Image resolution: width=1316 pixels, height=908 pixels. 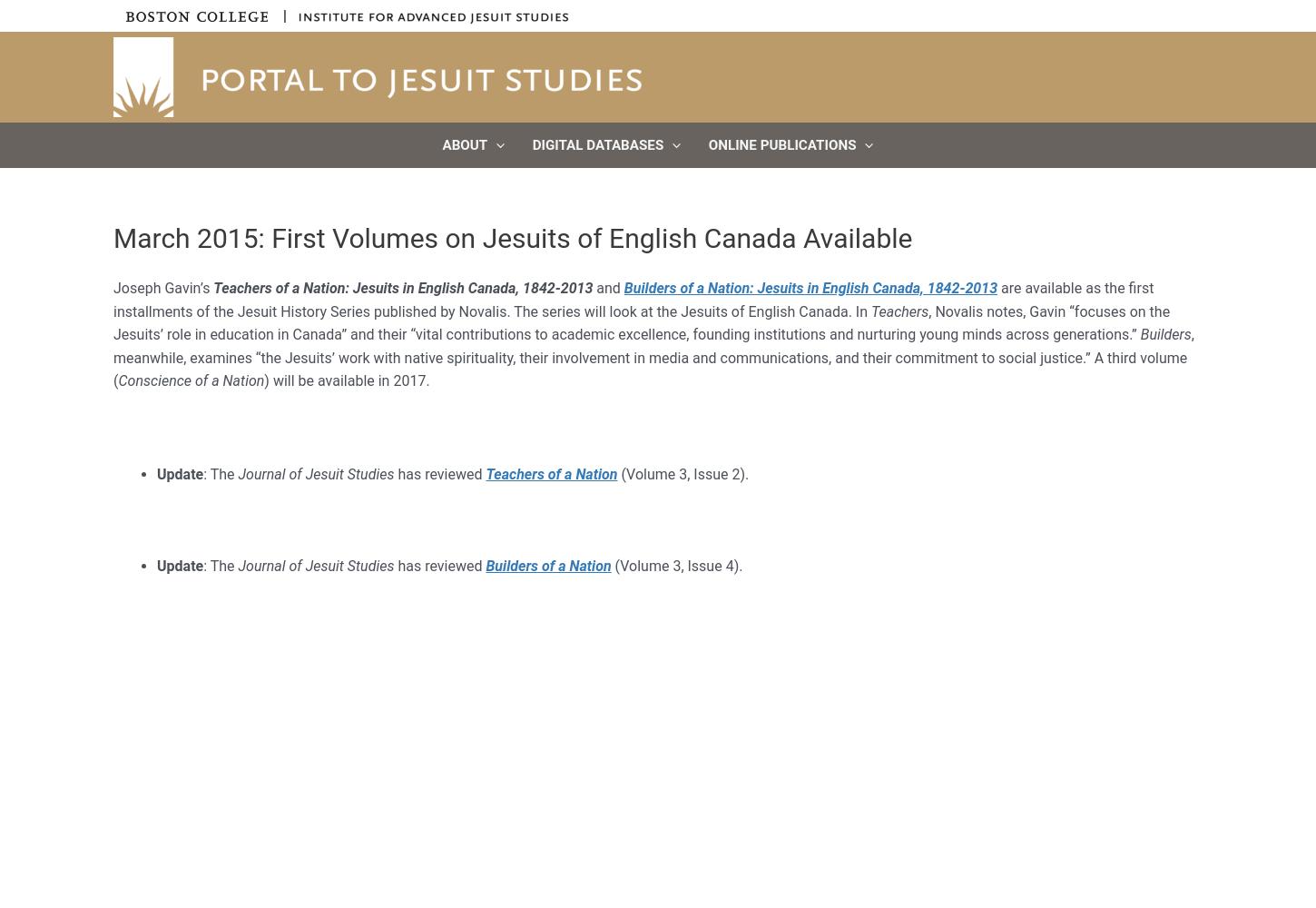 I want to click on 'Online Publications', so click(x=781, y=145).